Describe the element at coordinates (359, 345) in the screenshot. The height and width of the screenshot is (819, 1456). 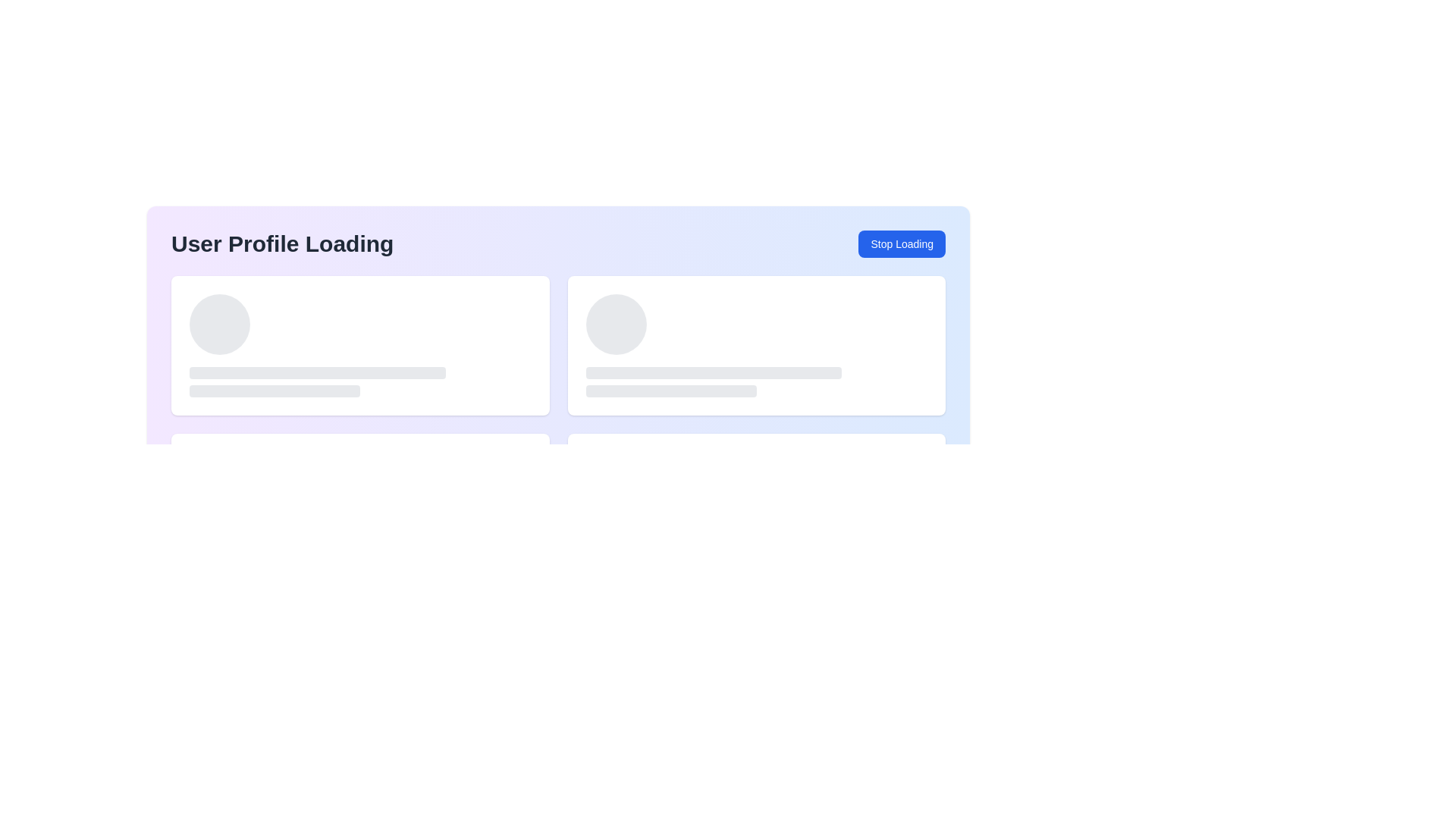
I see `the Loading card placeholder, which is a rectangular card with a white background and rounded corners located in the top-left corner of a grid layout` at that location.